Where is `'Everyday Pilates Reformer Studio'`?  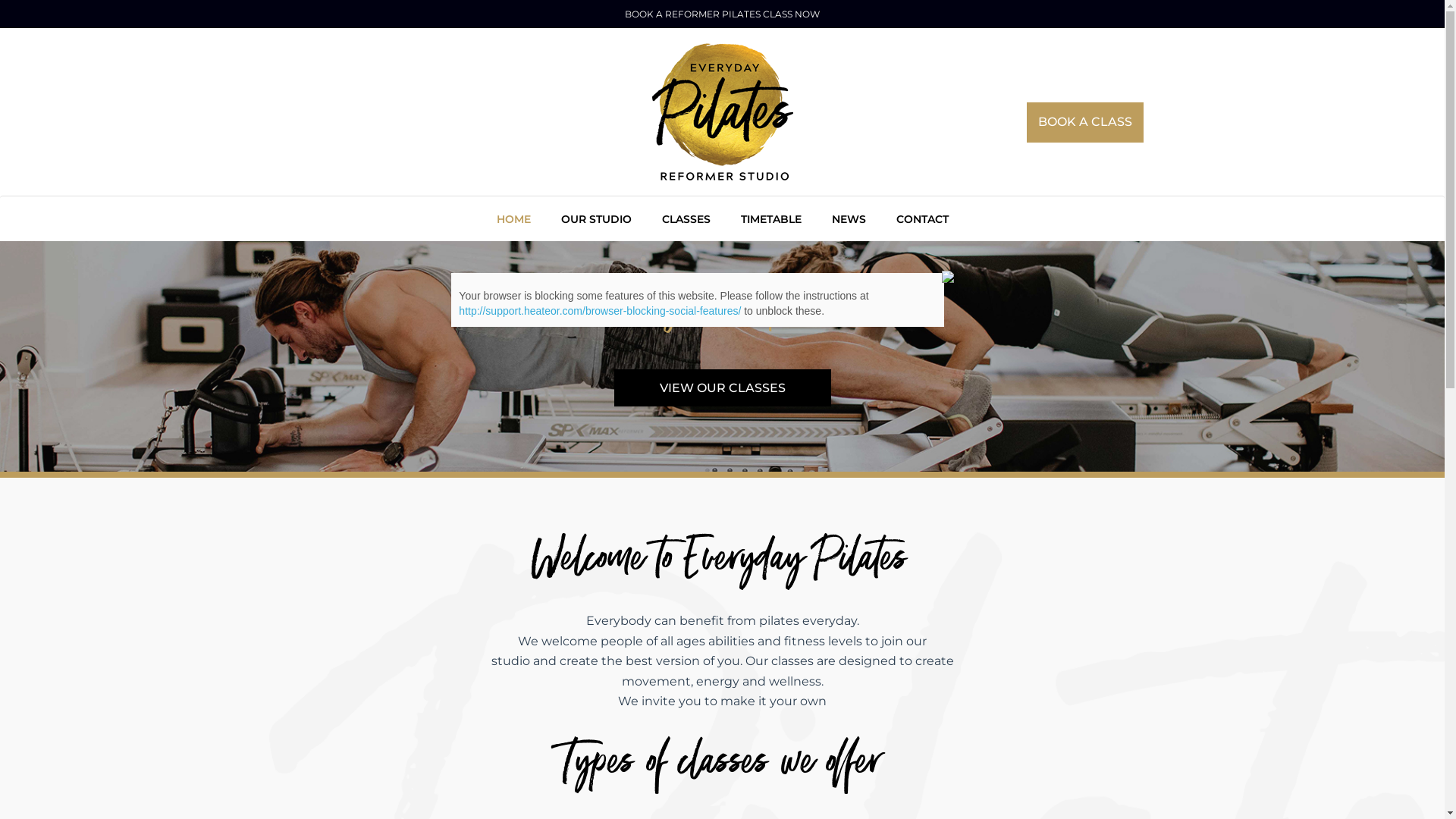 'Everyday Pilates Reformer Studio' is located at coordinates (722, 111).